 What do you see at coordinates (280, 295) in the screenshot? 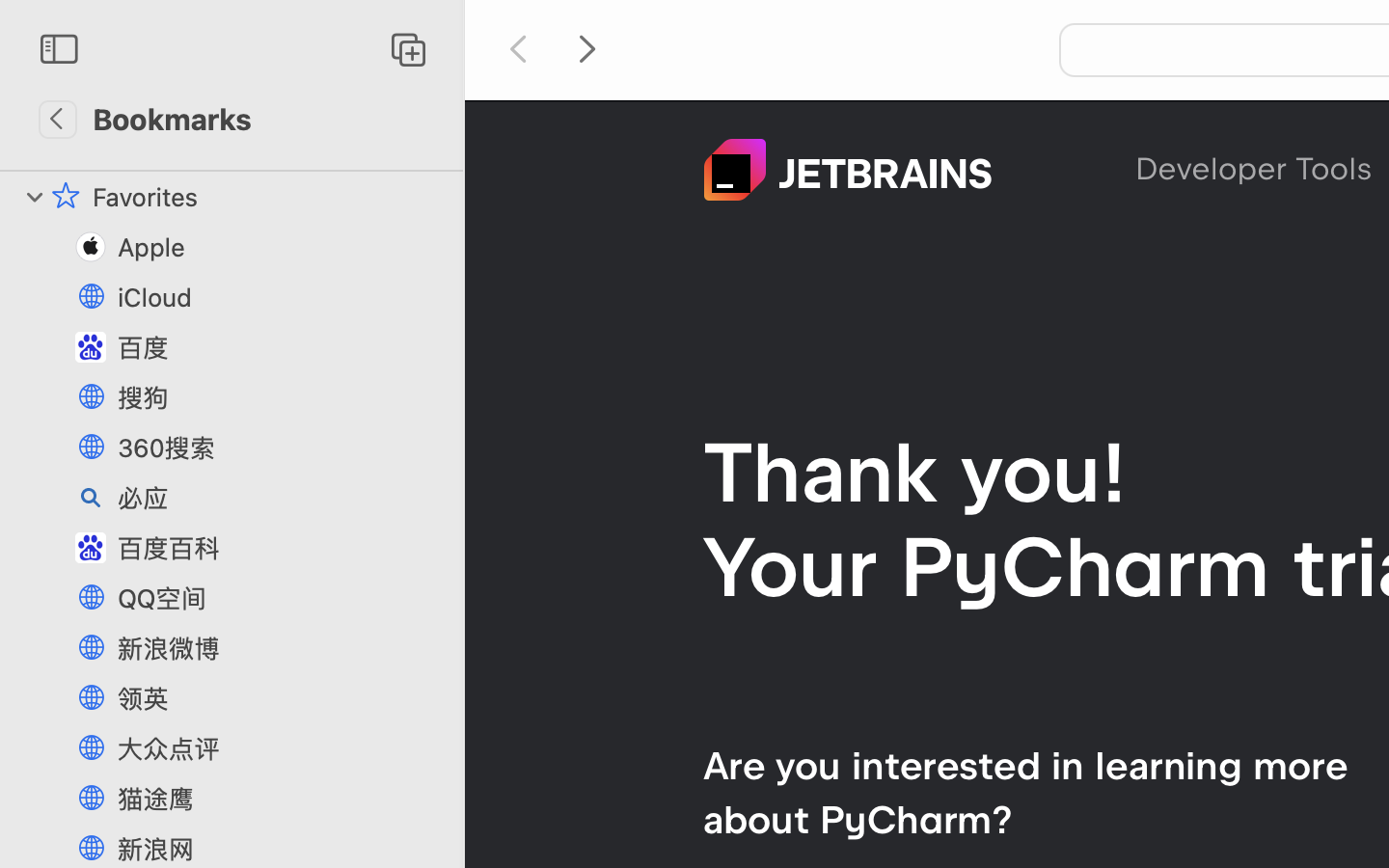
I see `'iCloud'` at bounding box center [280, 295].